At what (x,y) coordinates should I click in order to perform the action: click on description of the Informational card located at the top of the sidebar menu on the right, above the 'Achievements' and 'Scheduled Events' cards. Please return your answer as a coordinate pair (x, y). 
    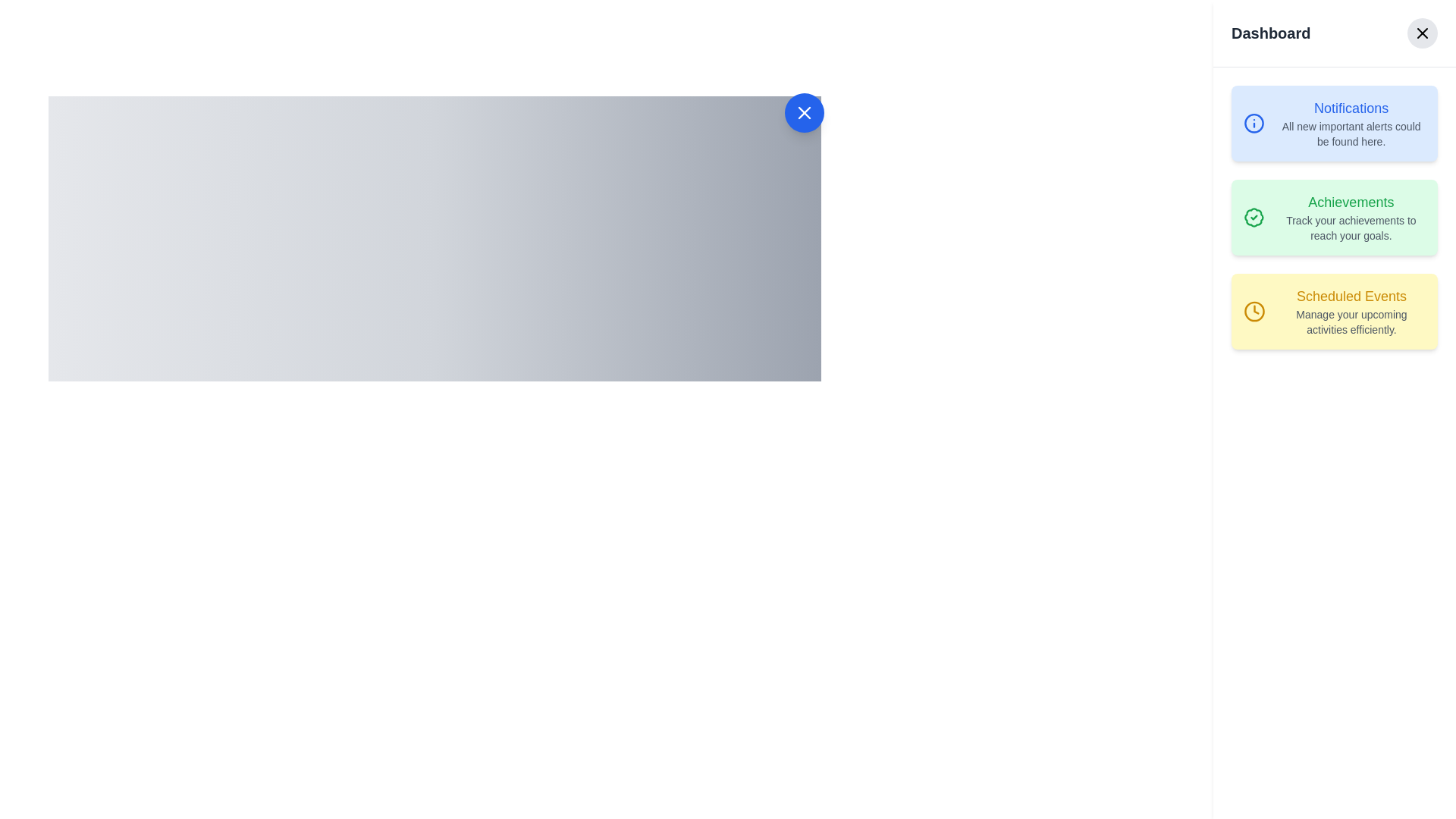
    Looking at the image, I should click on (1335, 122).